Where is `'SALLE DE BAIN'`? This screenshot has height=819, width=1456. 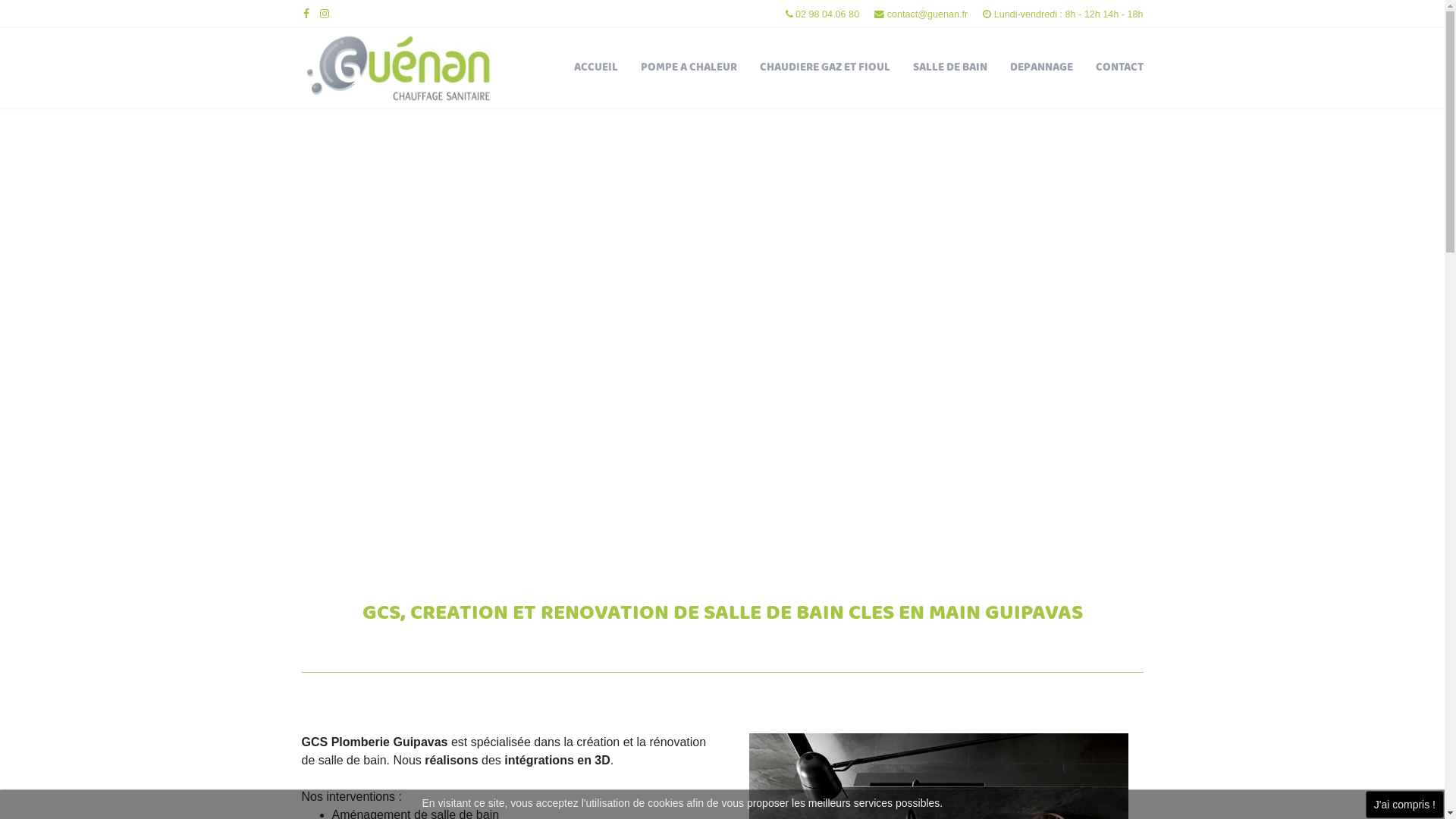
'SALLE DE BAIN' is located at coordinates (901, 67).